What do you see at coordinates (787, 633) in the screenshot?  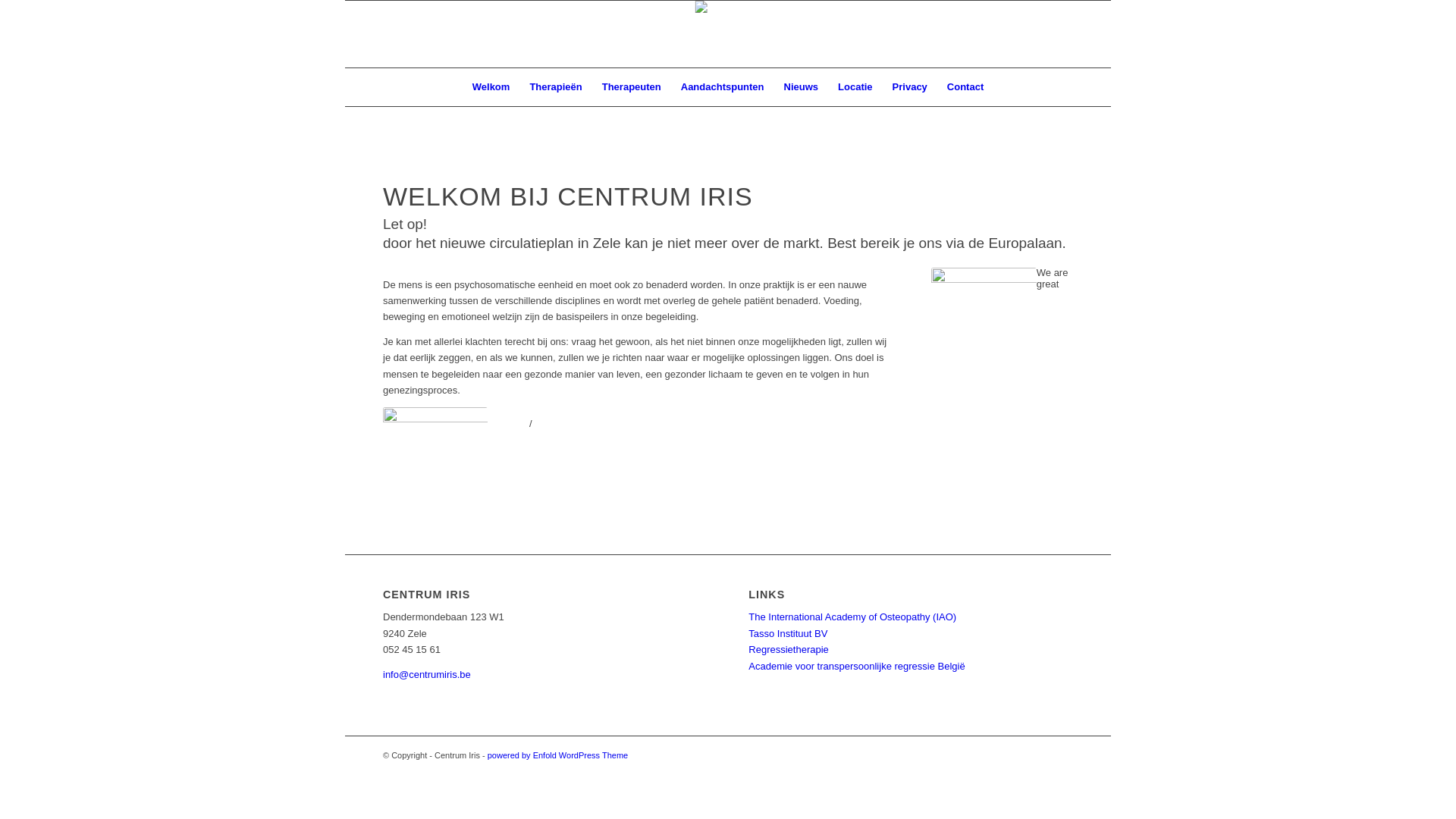 I see `'Tasso Instituut BV'` at bounding box center [787, 633].